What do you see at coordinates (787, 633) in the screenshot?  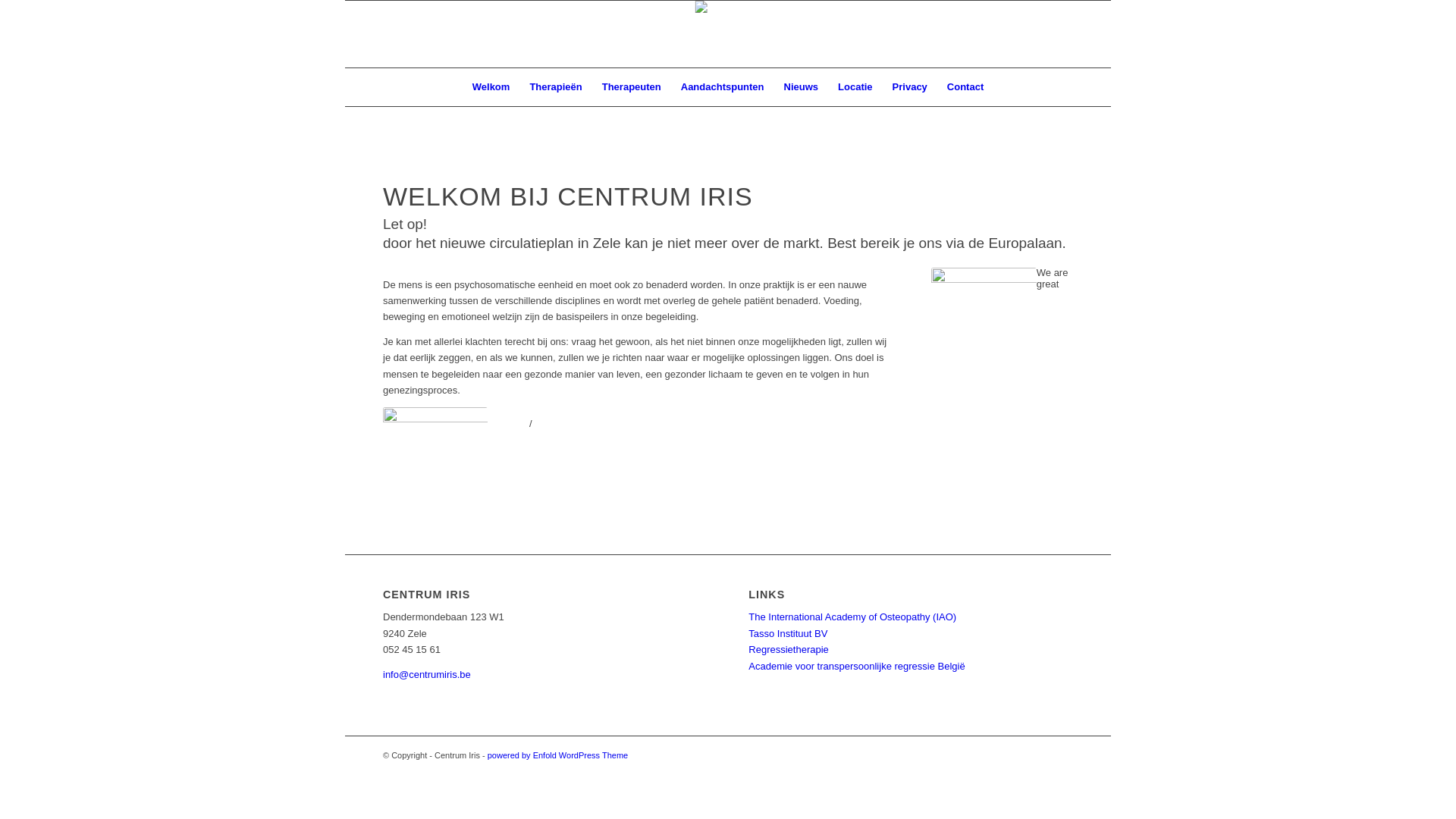 I see `'Tasso Instituut BV'` at bounding box center [787, 633].